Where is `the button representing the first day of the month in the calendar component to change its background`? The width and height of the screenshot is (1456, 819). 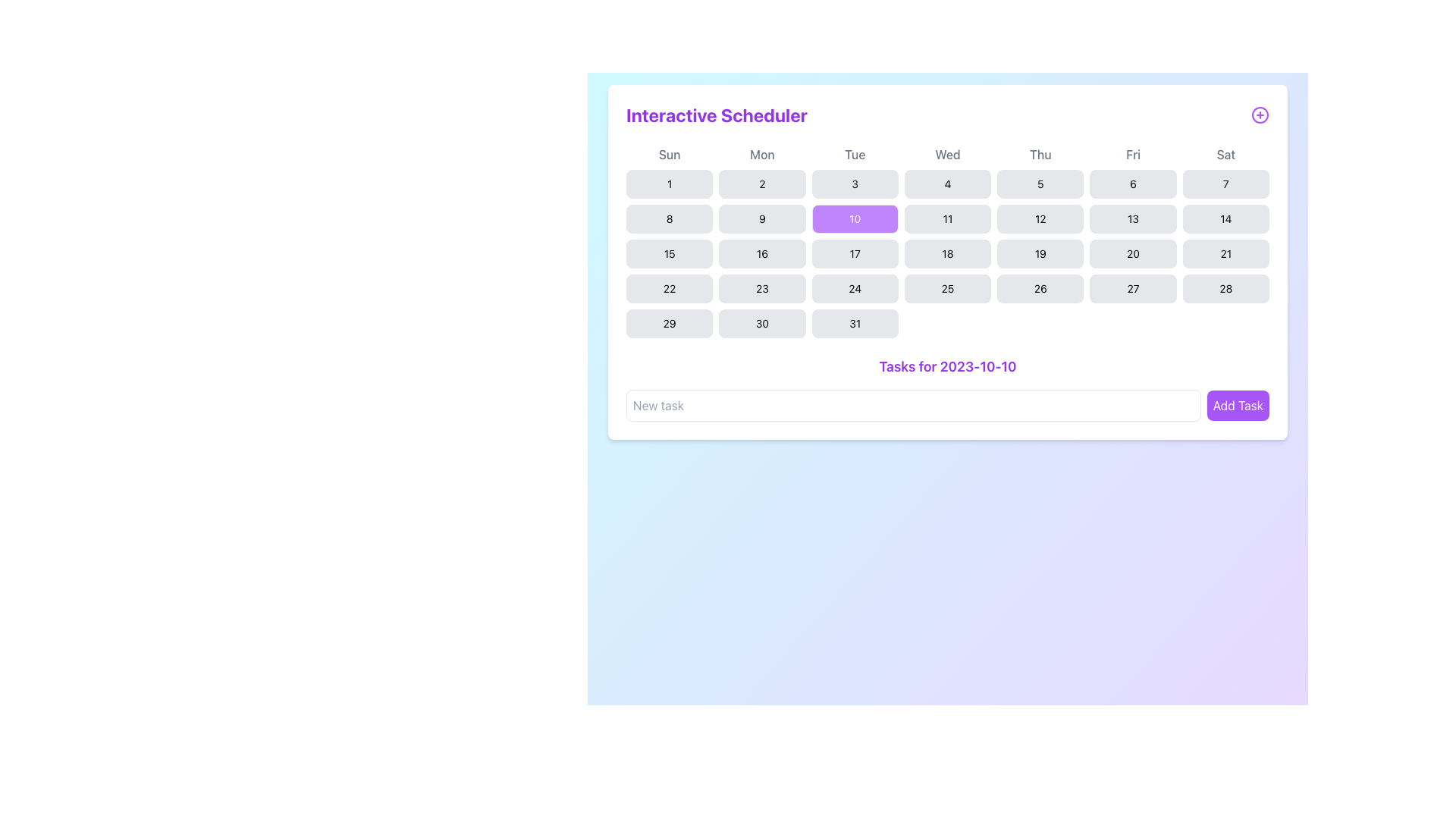
the button representing the first day of the month in the calendar component to change its background is located at coordinates (669, 184).